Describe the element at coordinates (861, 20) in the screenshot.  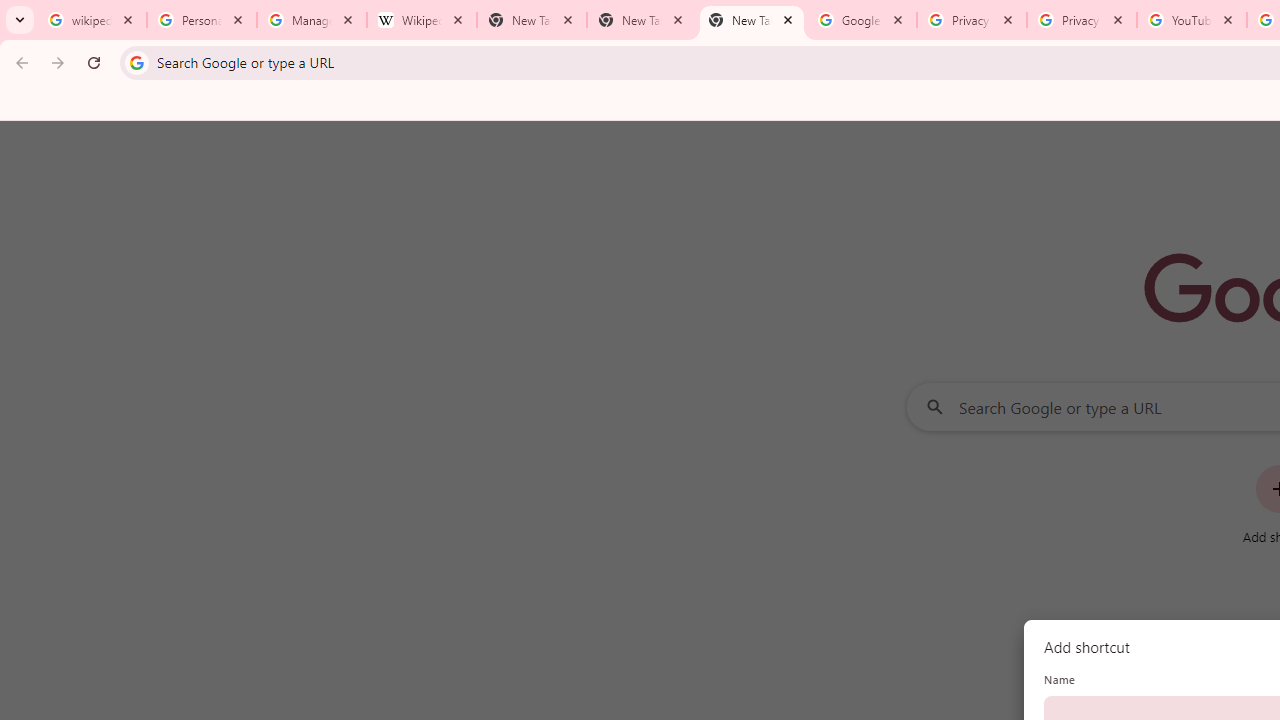
I see `'Google Drive: Sign-in'` at that location.